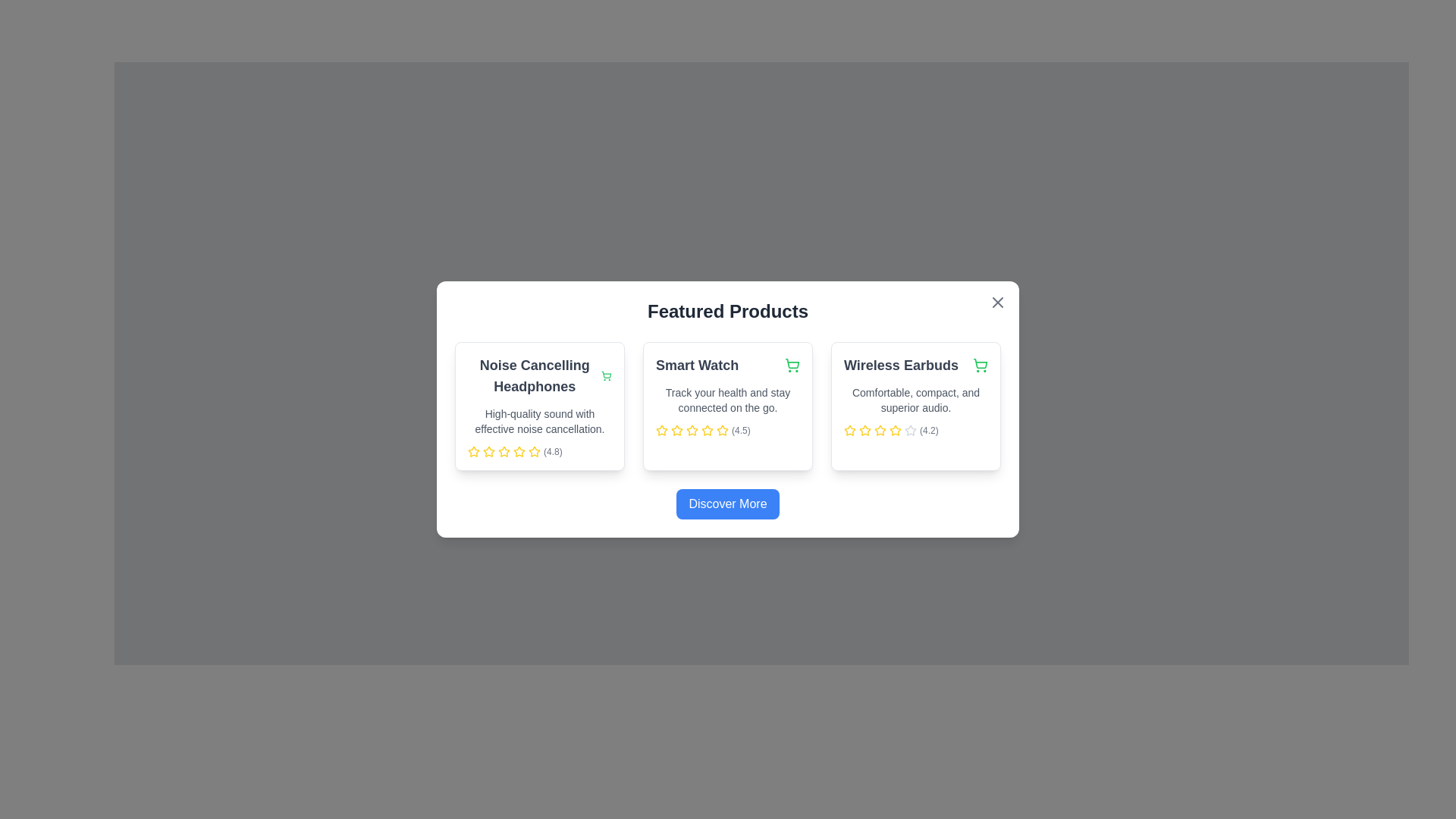 The width and height of the screenshot is (1456, 819). I want to click on the second star Rating Icon in the rating section of the middle 'Smart Watch' product card, so click(662, 430).